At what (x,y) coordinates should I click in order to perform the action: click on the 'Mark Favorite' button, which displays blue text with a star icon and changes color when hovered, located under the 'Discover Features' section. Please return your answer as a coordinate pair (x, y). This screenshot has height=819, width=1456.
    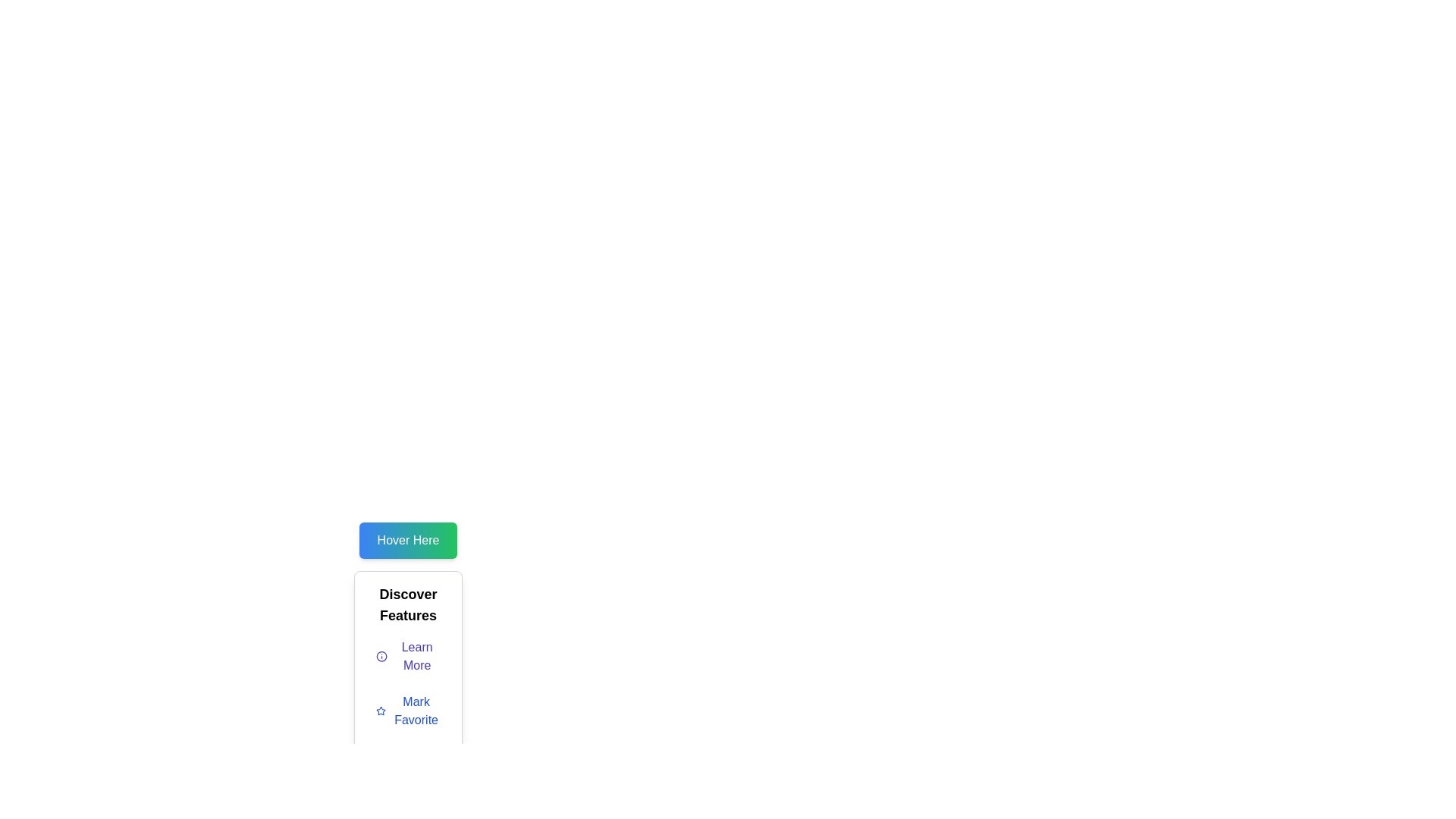
    Looking at the image, I should click on (408, 711).